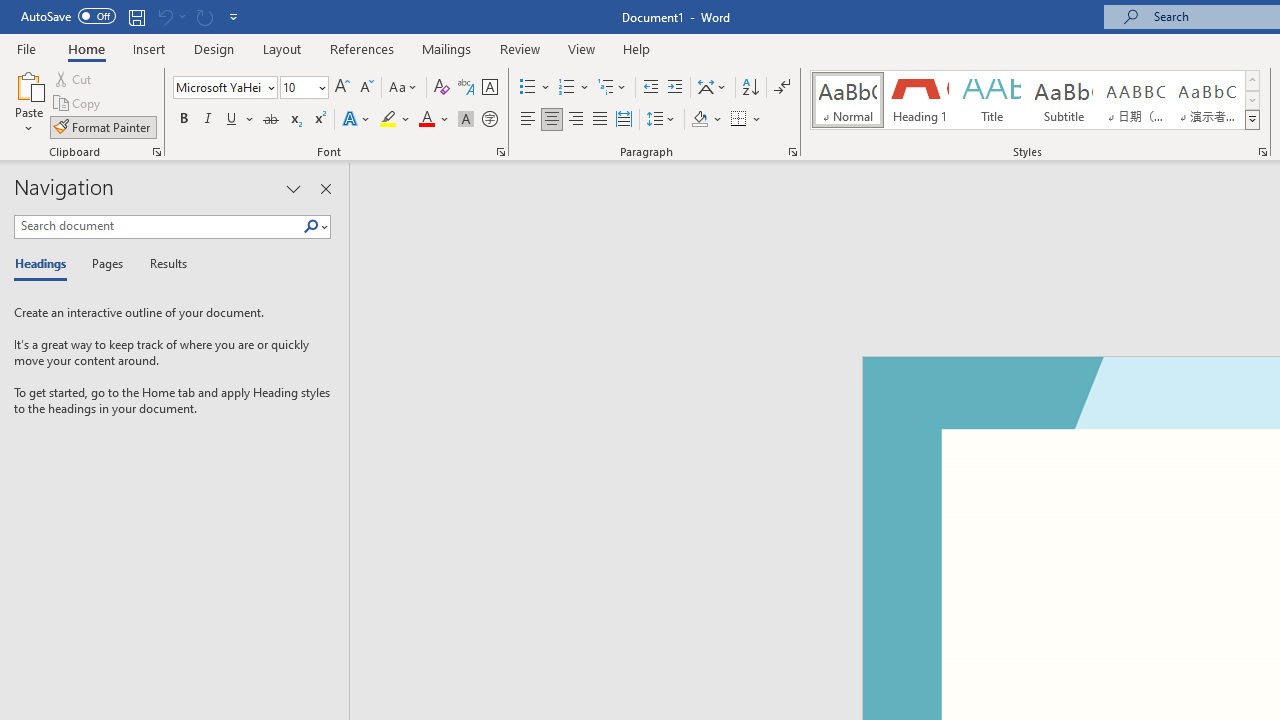 The image size is (1280, 720). What do you see at coordinates (433, 119) in the screenshot?
I see `'Font Color'` at bounding box center [433, 119].